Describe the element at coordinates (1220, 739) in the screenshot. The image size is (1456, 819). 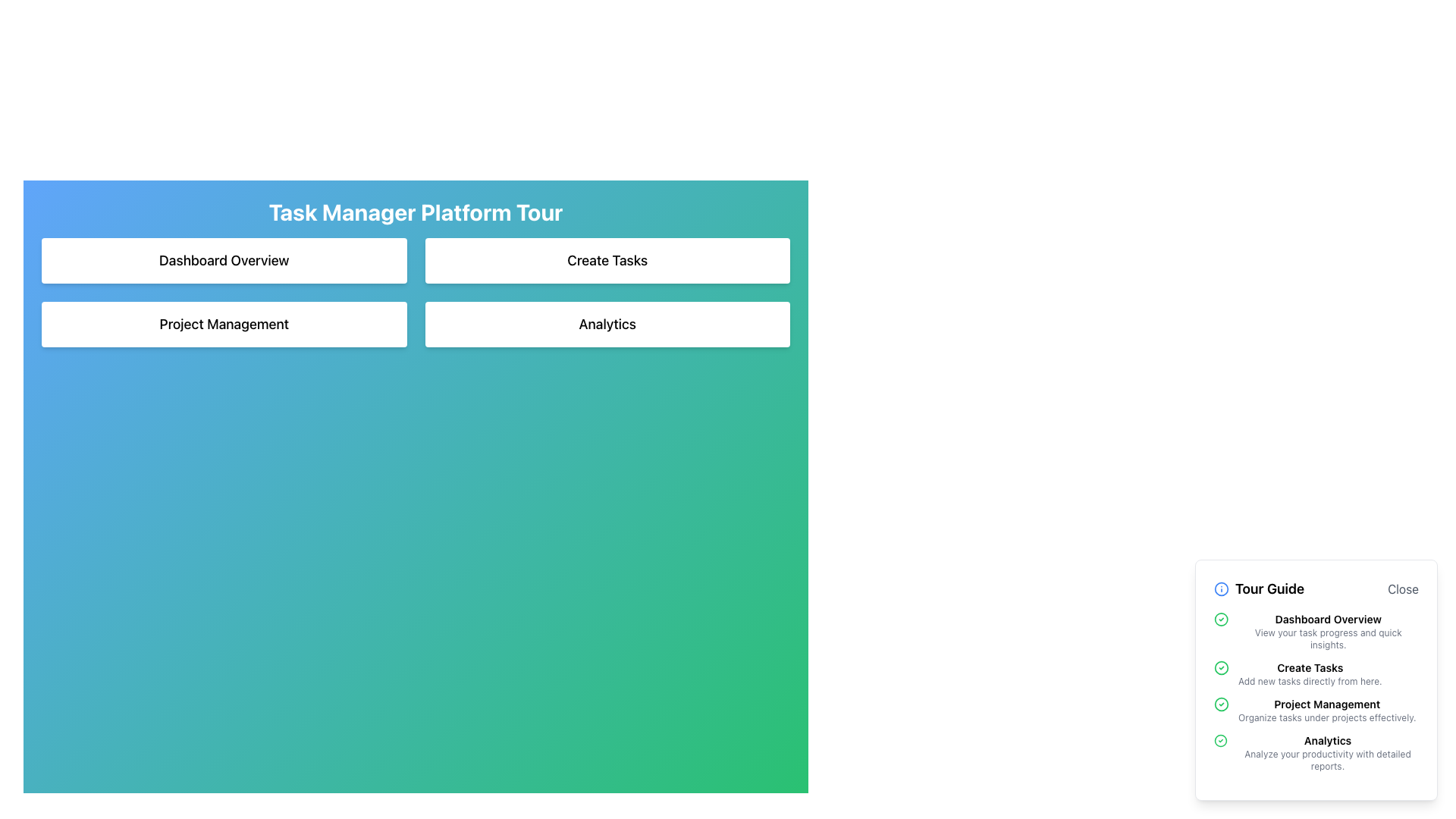
I see `the first circular icon in the 'Tour Guide' panel, which is styled as a hollow circle with a green border, indicating success` at that location.